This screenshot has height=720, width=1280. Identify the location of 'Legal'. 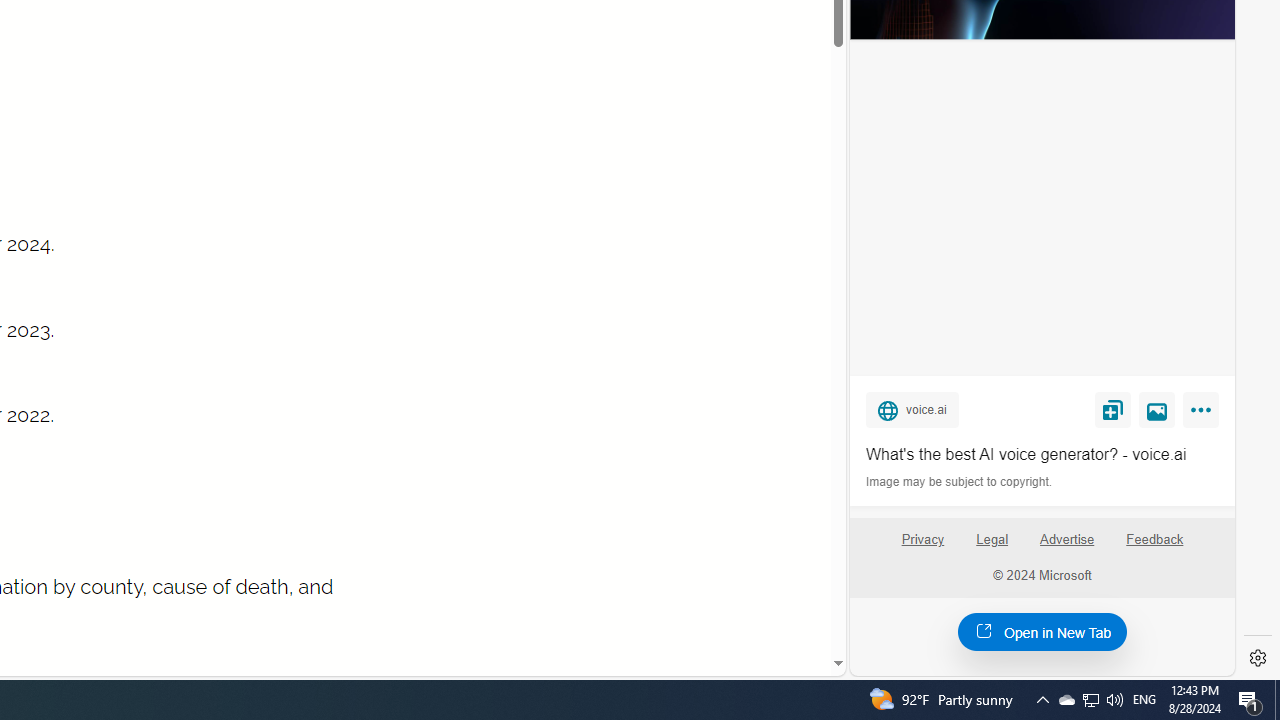
(992, 547).